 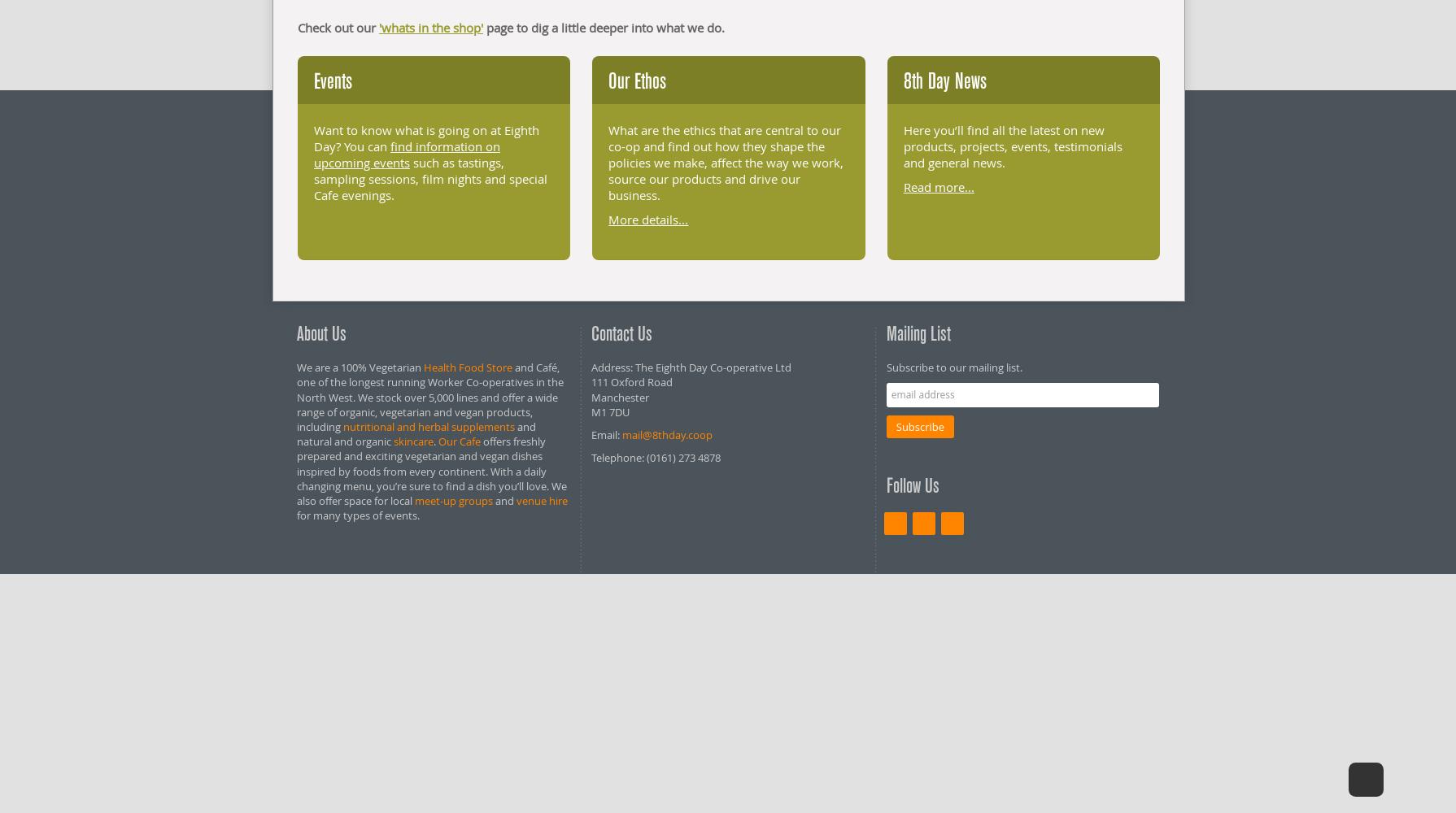 I want to click on 'Contact Us', so click(x=621, y=333).